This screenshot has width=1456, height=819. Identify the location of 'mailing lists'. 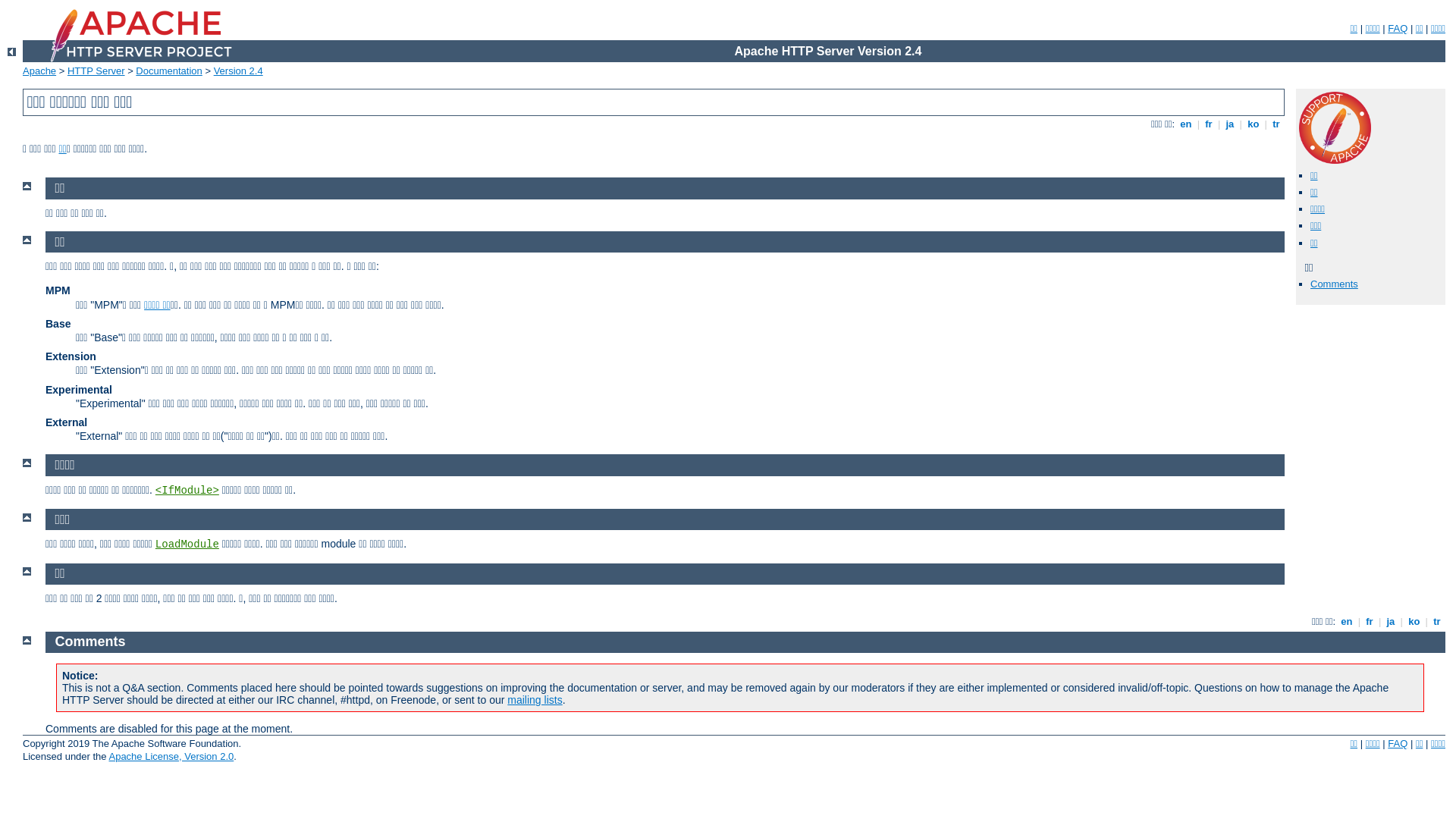
(535, 699).